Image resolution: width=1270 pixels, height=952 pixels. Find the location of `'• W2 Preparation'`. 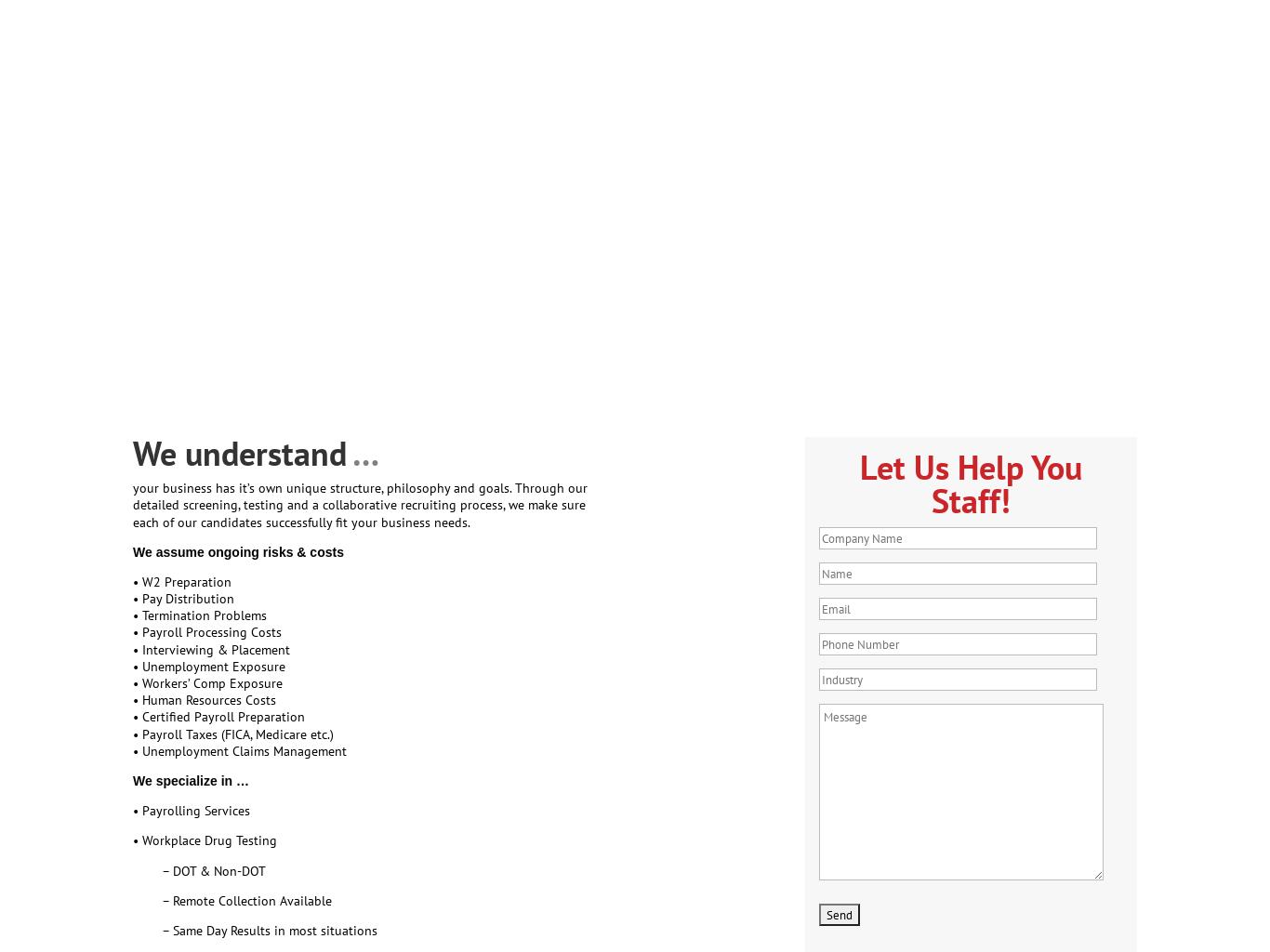

'• W2 Preparation' is located at coordinates (181, 581).